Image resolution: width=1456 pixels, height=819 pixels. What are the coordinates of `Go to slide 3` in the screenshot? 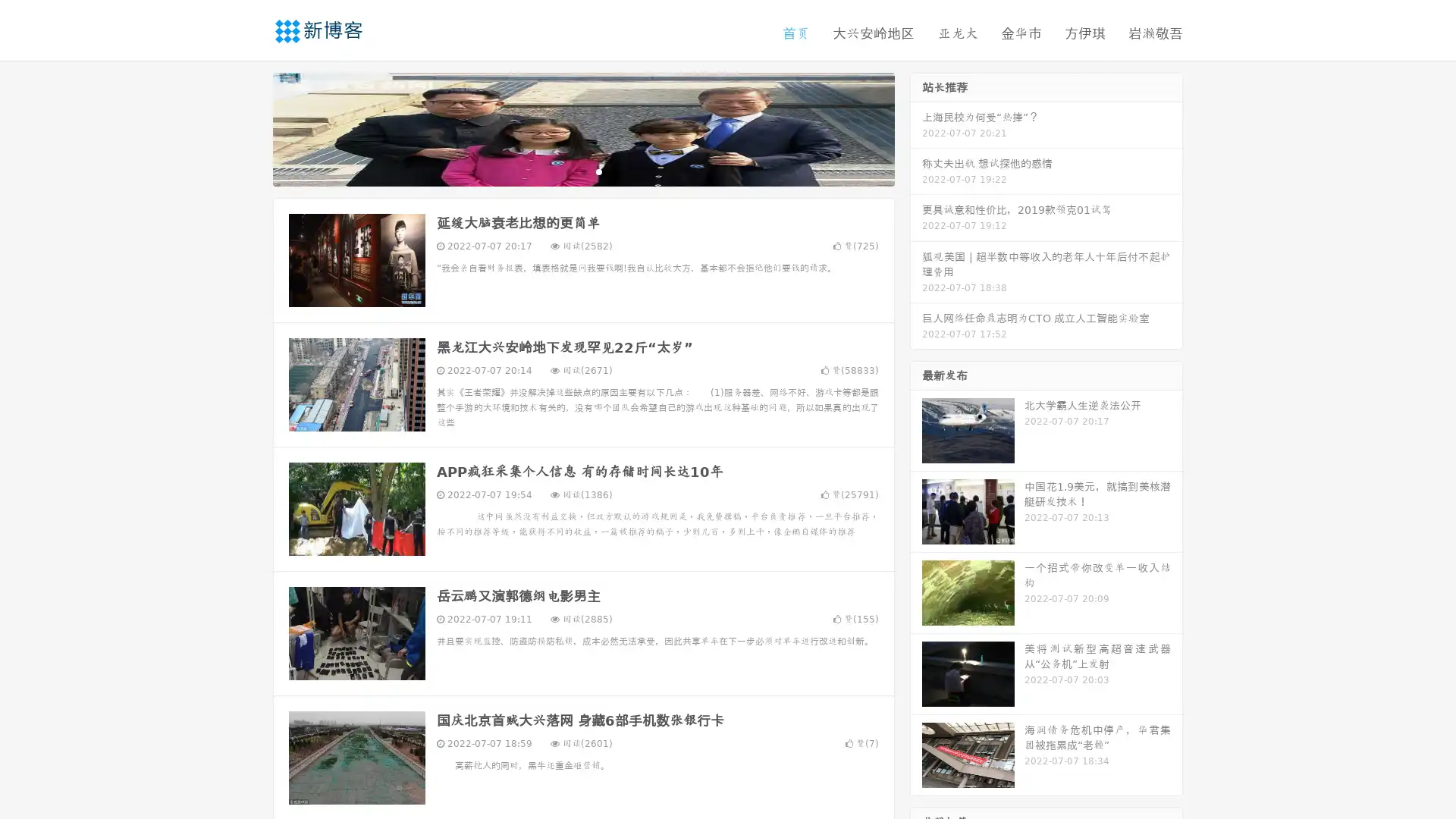 It's located at (598, 171).